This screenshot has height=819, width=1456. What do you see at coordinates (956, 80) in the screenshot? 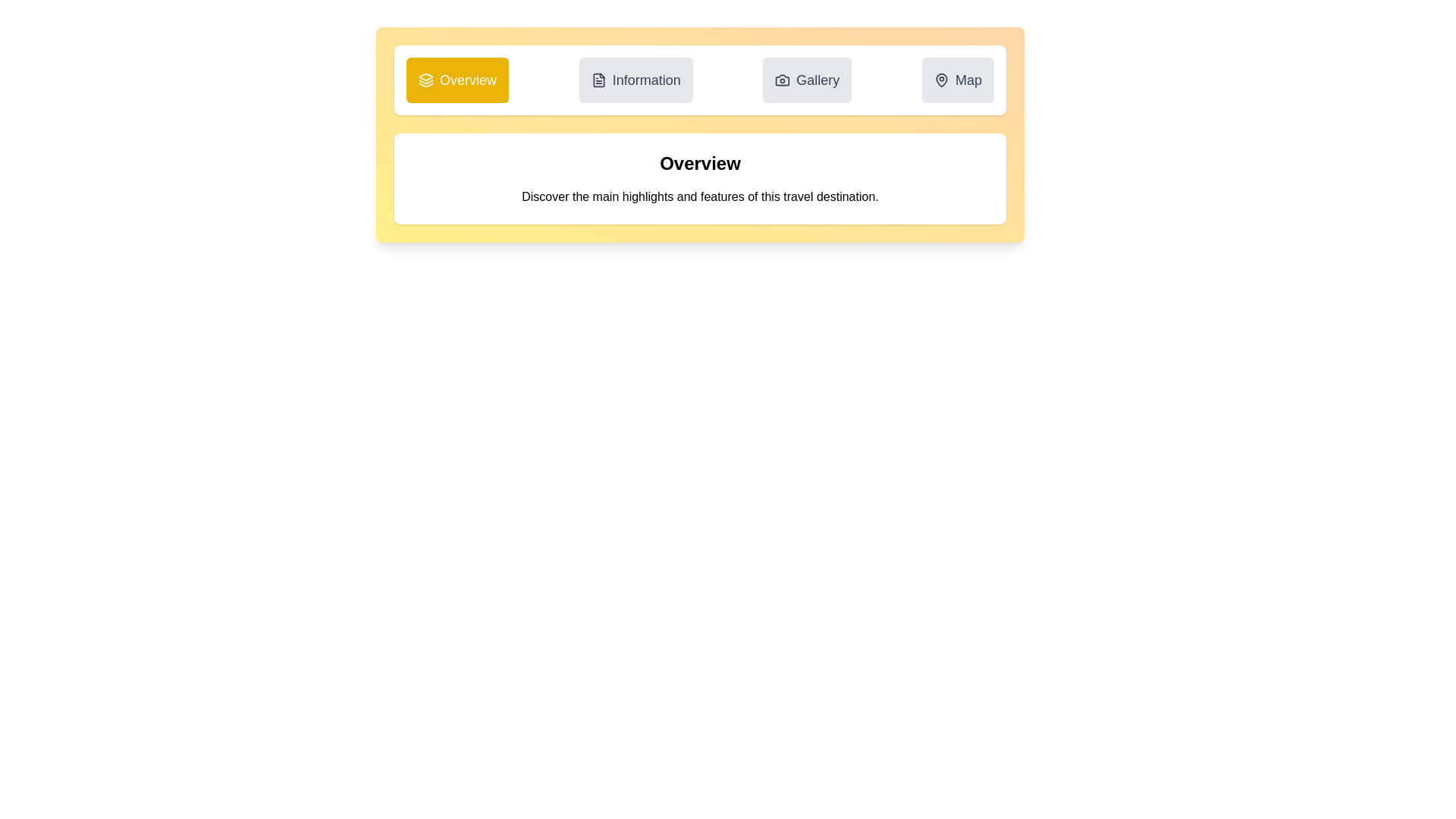
I see `the tab labeled Map to observe its hover effect` at bounding box center [956, 80].